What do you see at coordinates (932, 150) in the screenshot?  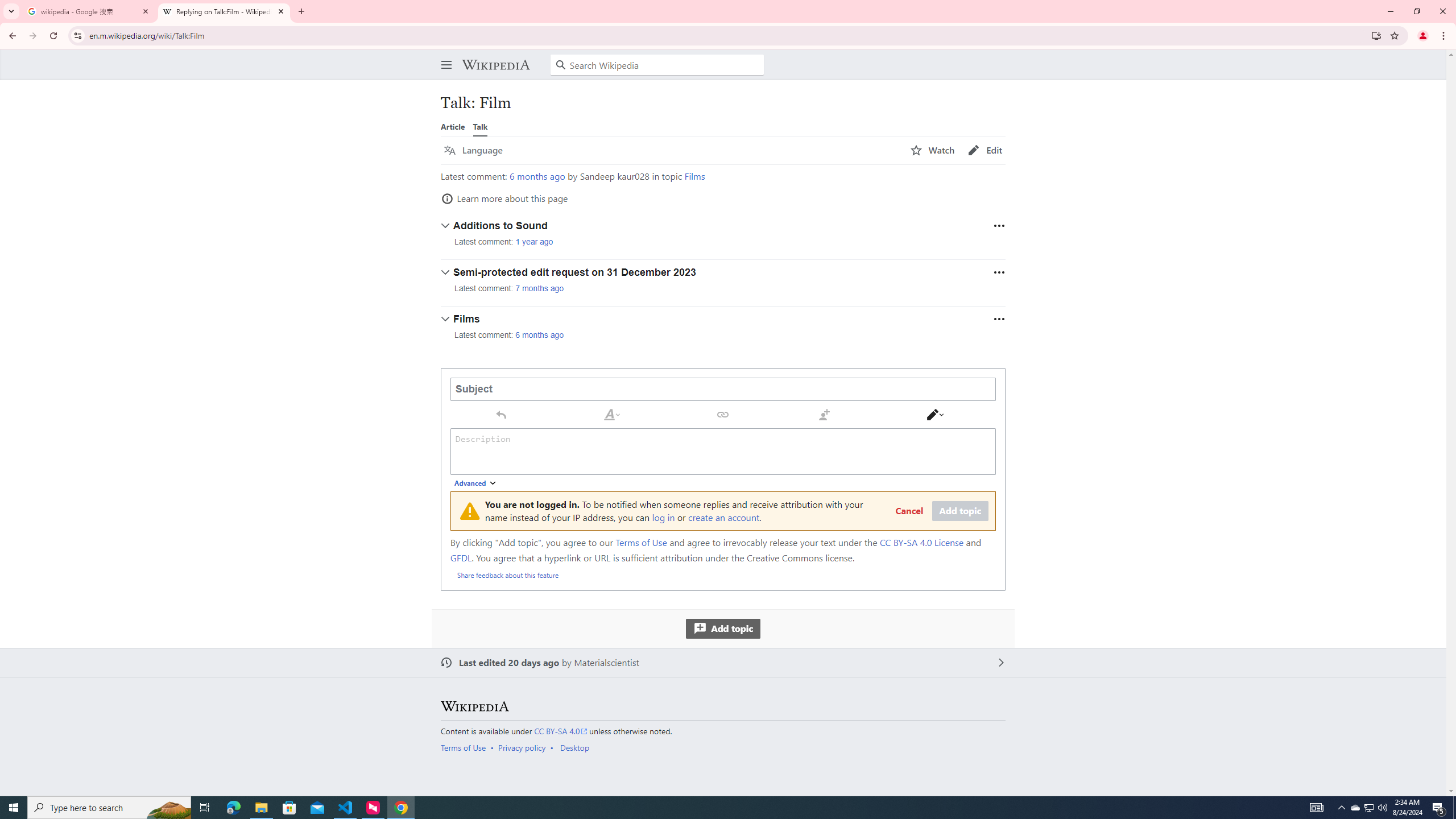 I see `'AutomationID: page-actions-watch'` at bounding box center [932, 150].